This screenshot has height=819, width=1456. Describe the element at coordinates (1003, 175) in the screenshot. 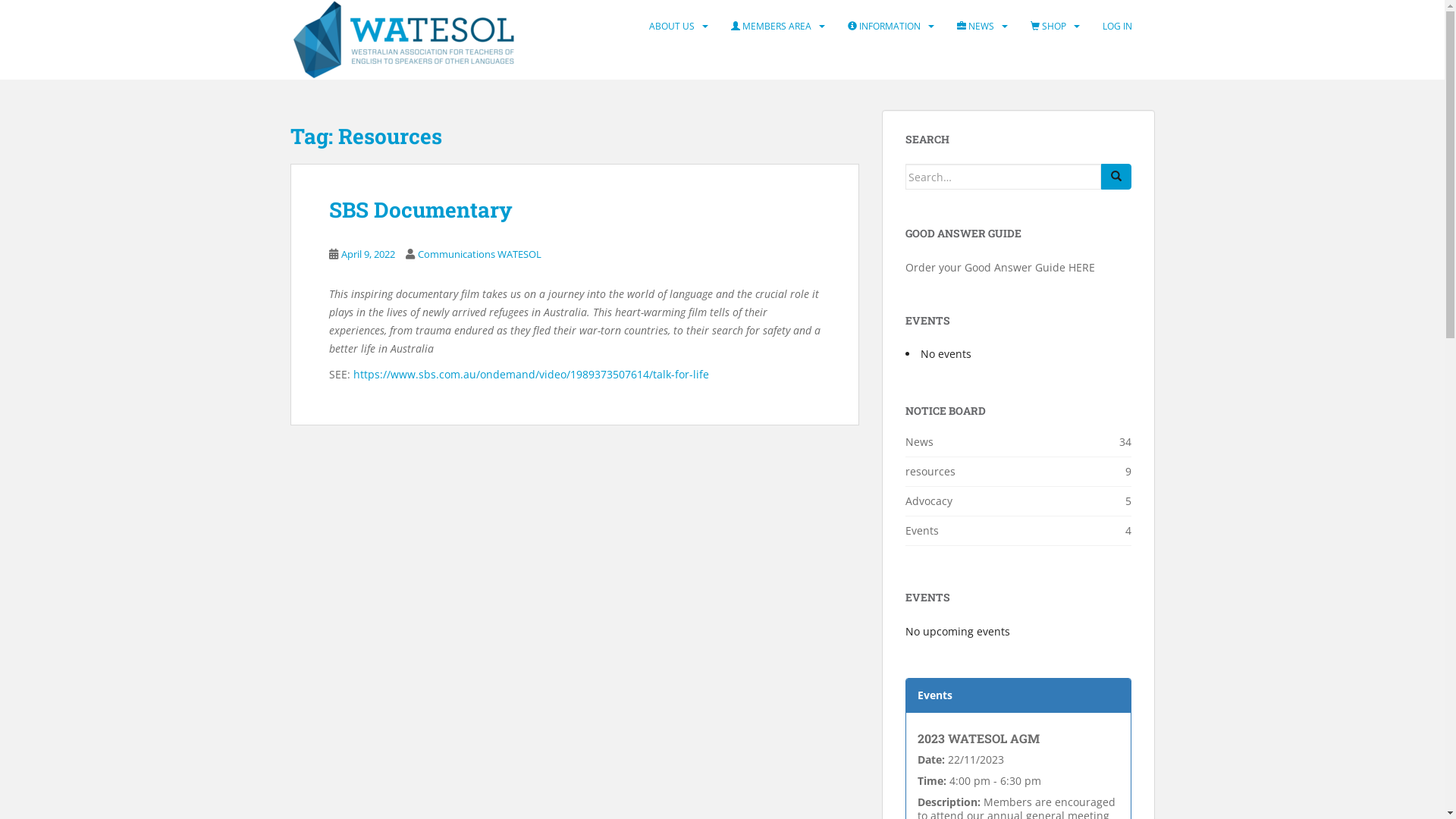

I see `'Search for:'` at that location.